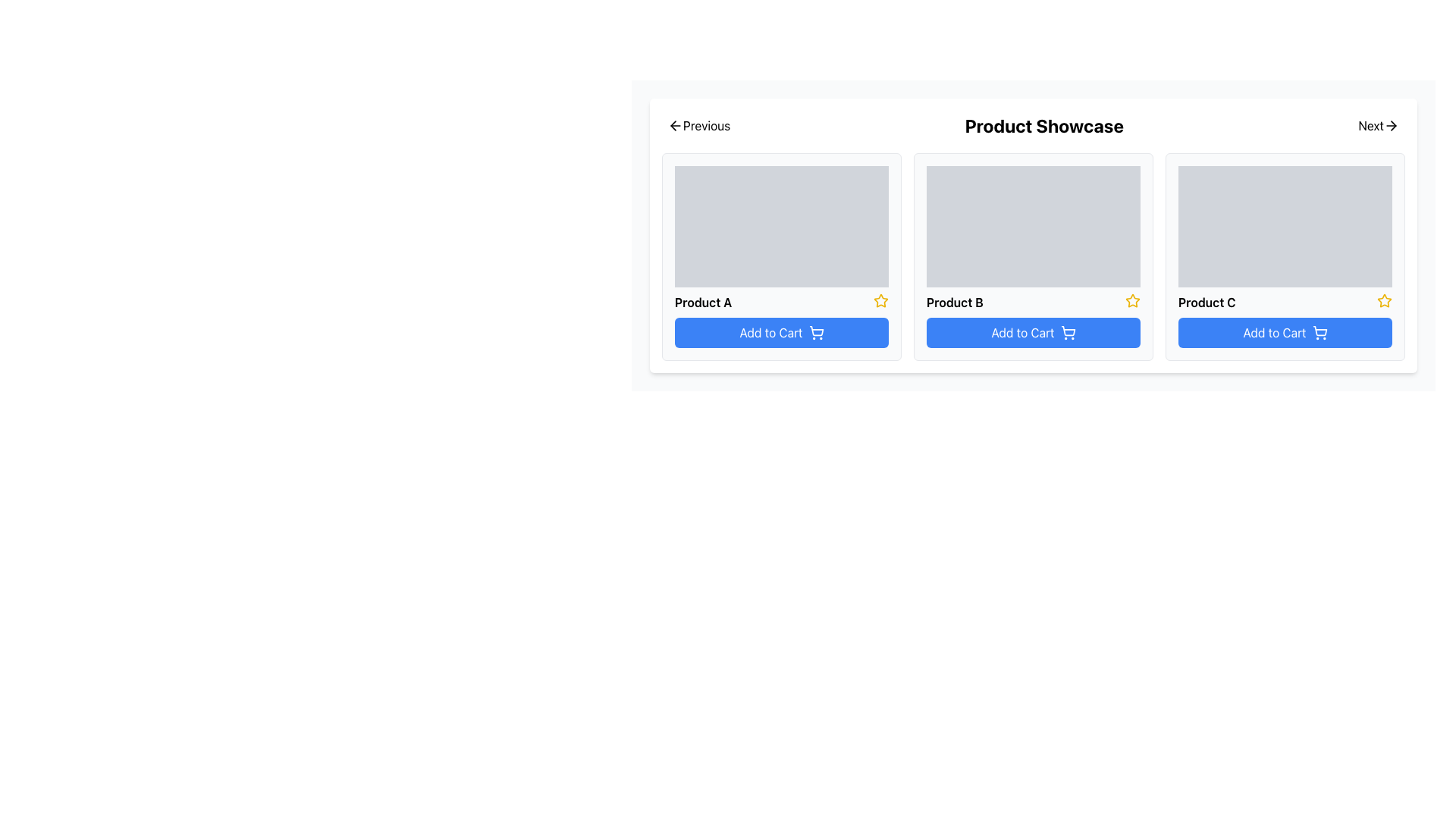 This screenshot has height=819, width=1456. Describe the element at coordinates (1319, 332) in the screenshot. I see `the 'Add to Cart' icon located on the right side of the button text for 'Product C'` at that location.